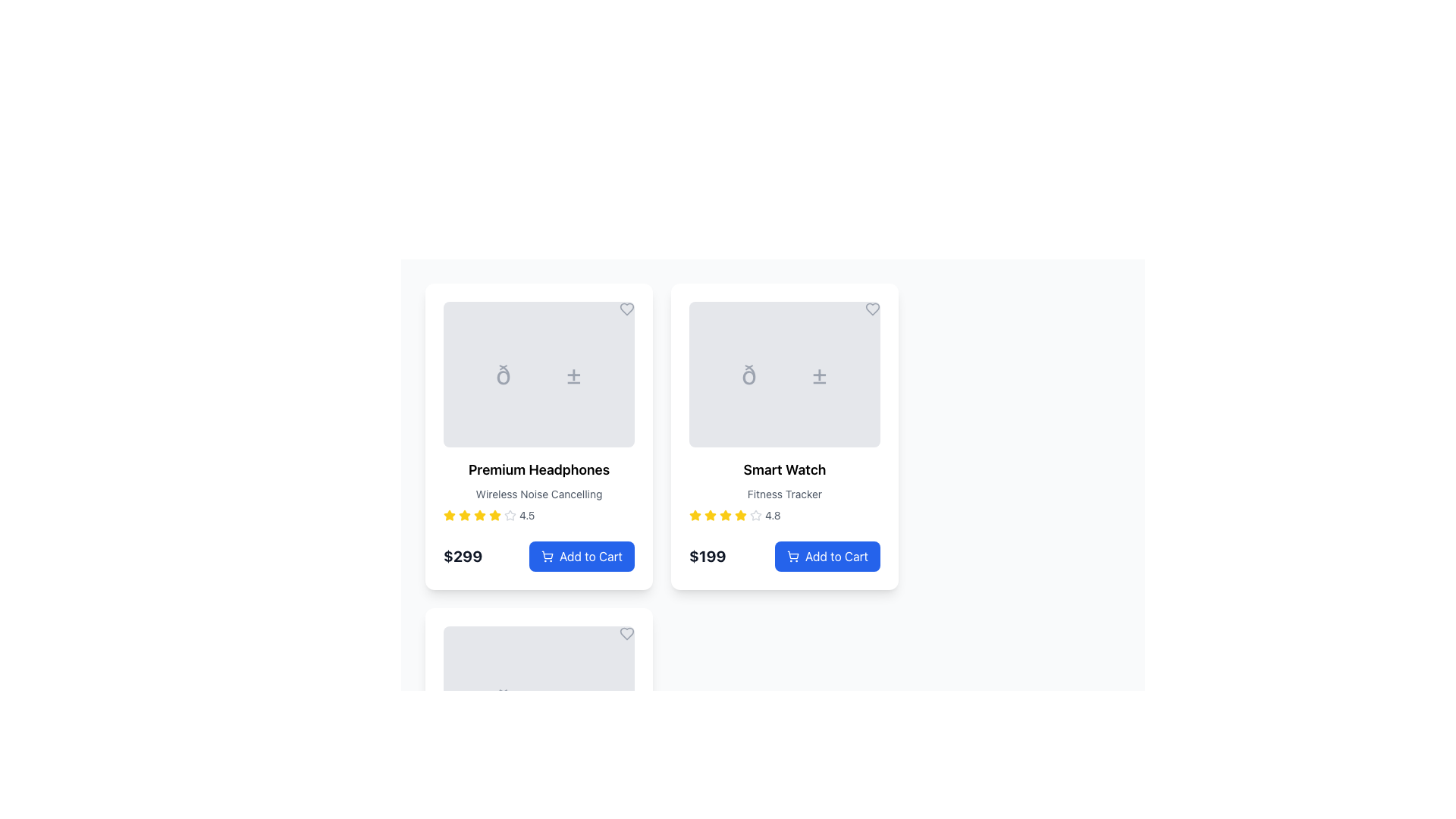 Image resolution: width=1456 pixels, height=819 pixels. Describe the element at coordinates (479, 514) in the screenshot. I see `the fifth yellow star icon in the rating system of the Premium Headphones product card, which indicates a rating` at that location.